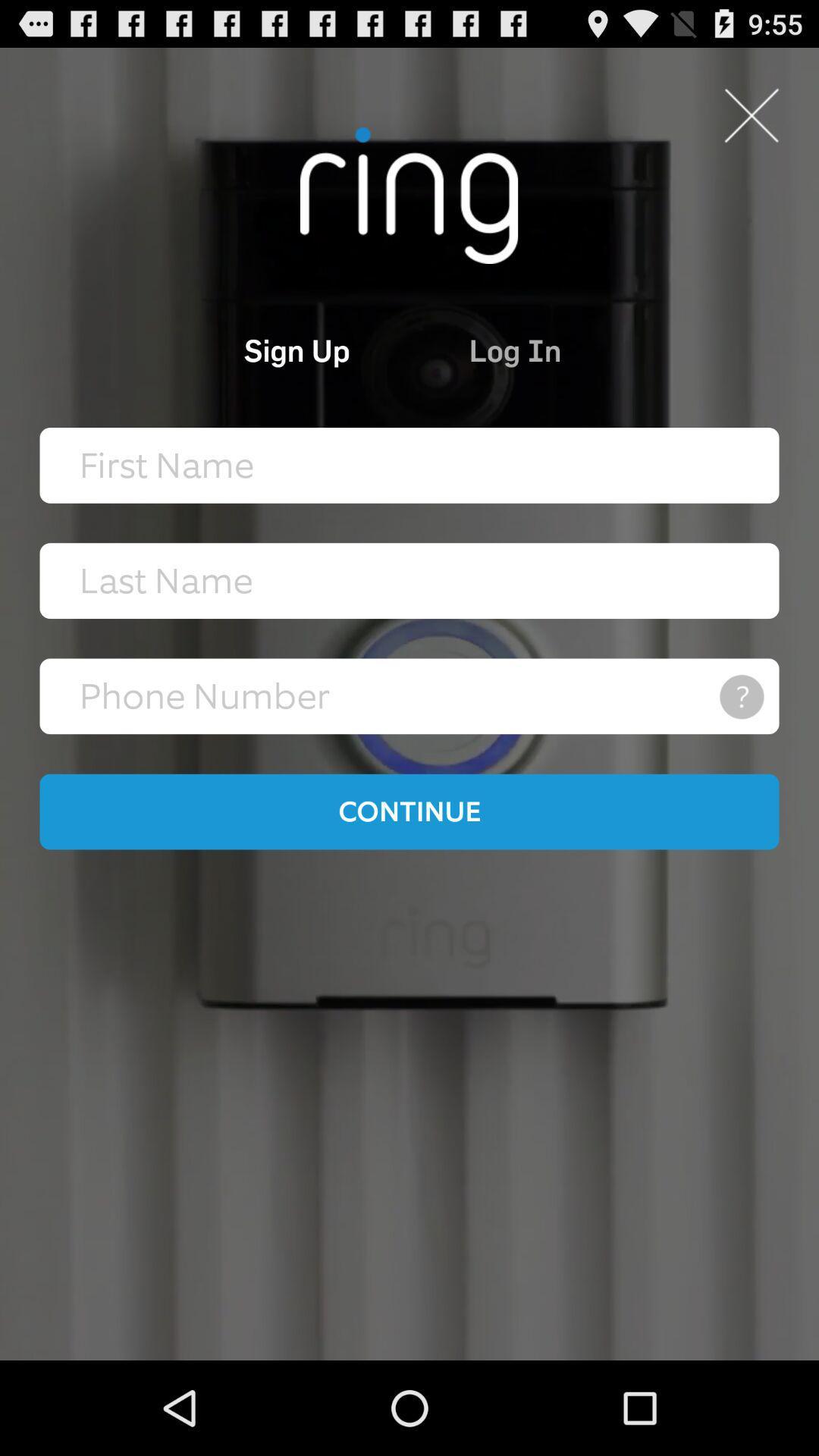 The width and height of the screenshot is (819, 1456). What do you see at coordinates (583, 349) in the screenshot?
I see `the log in icon` at bounding box center [583, 349].